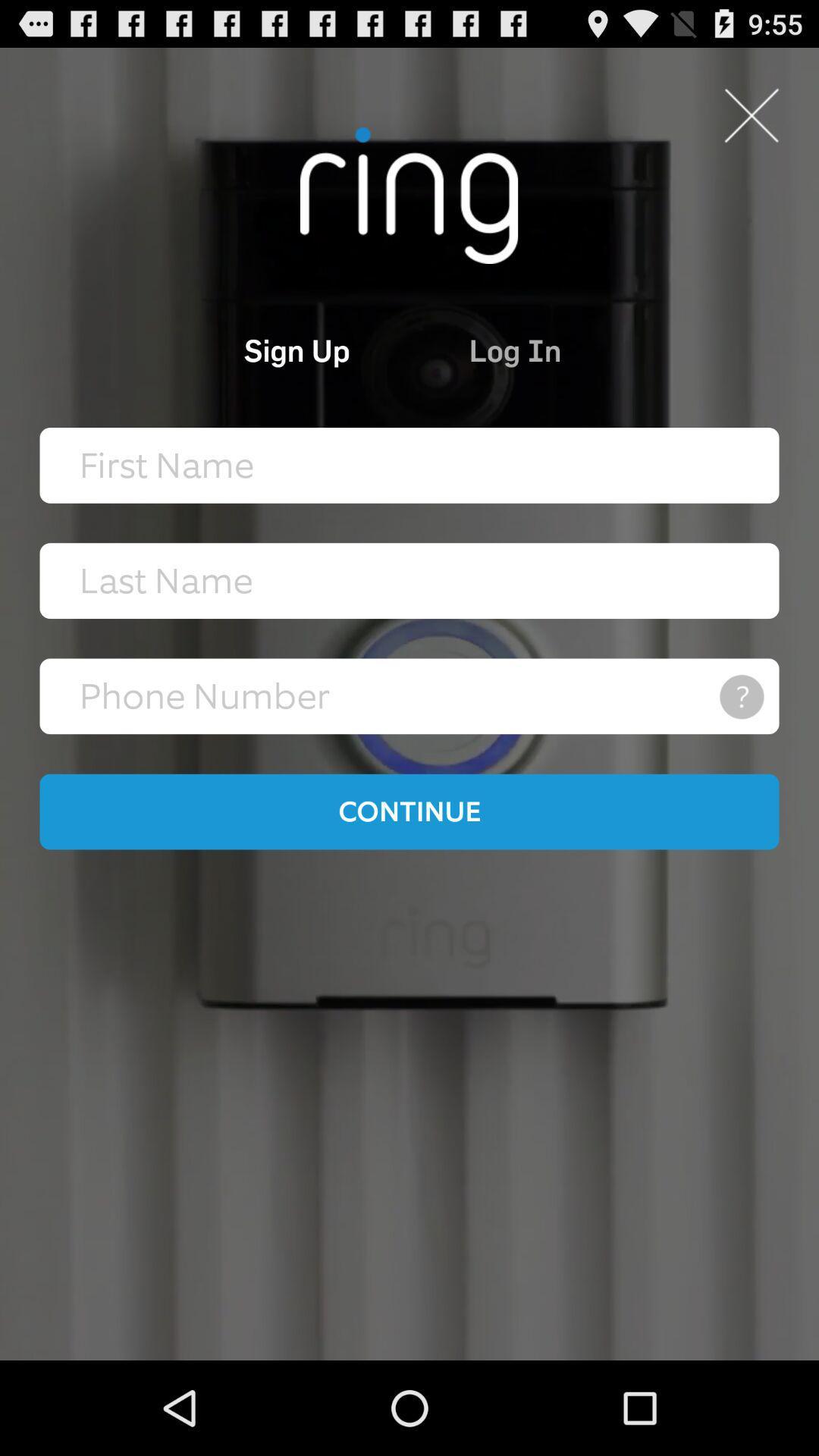 The width and height of the screenshot is (819, 1456). What do you see at coordinates (583, 349) in the screenshot?
I see `the log in icon` at bounding box center [583, 349].